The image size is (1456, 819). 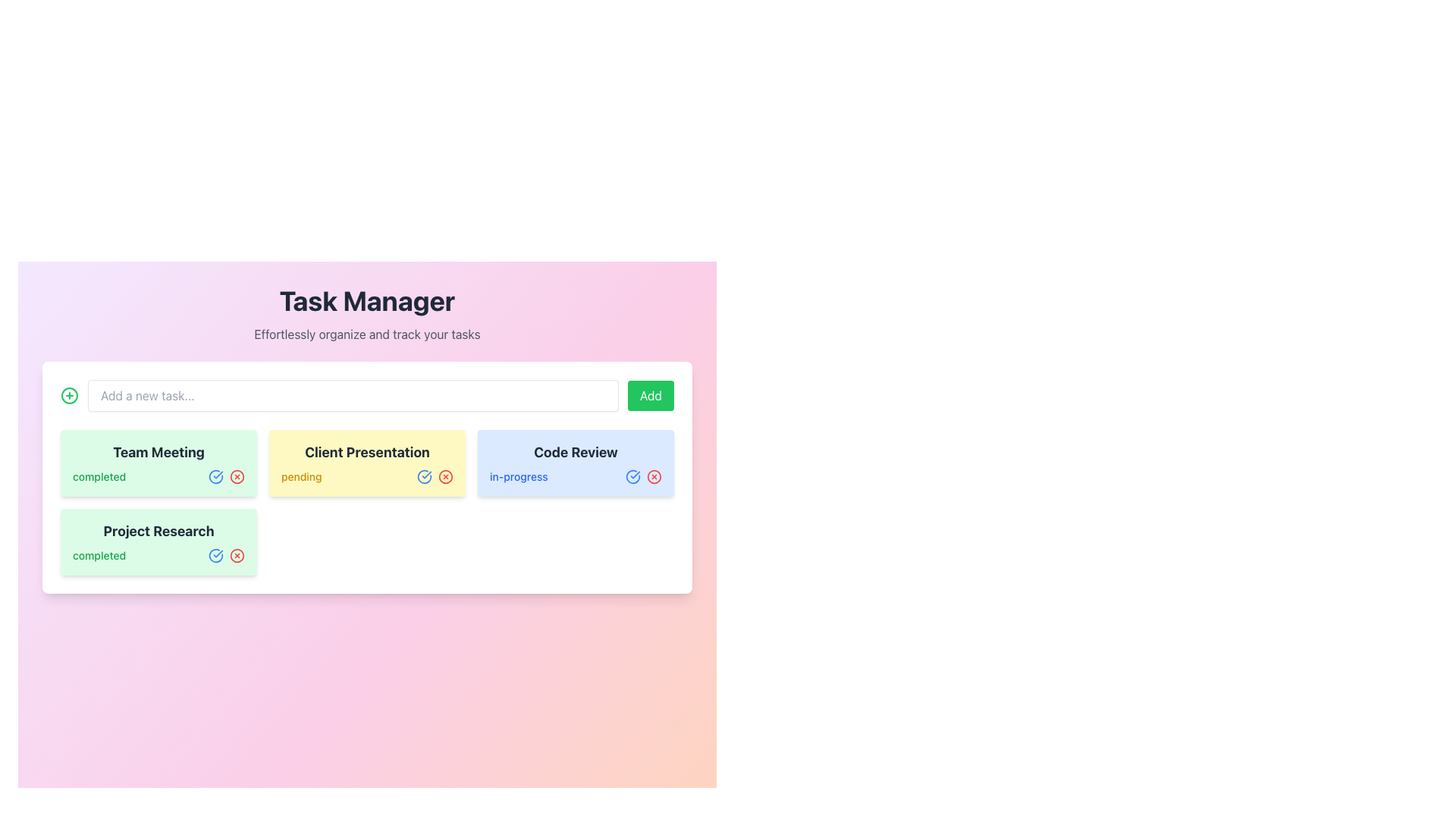 I want to click on the circular icon with a blue border resembling a validation checkmark to confirm task completion for the 'Client Presentation', so click(x=633, y=475).